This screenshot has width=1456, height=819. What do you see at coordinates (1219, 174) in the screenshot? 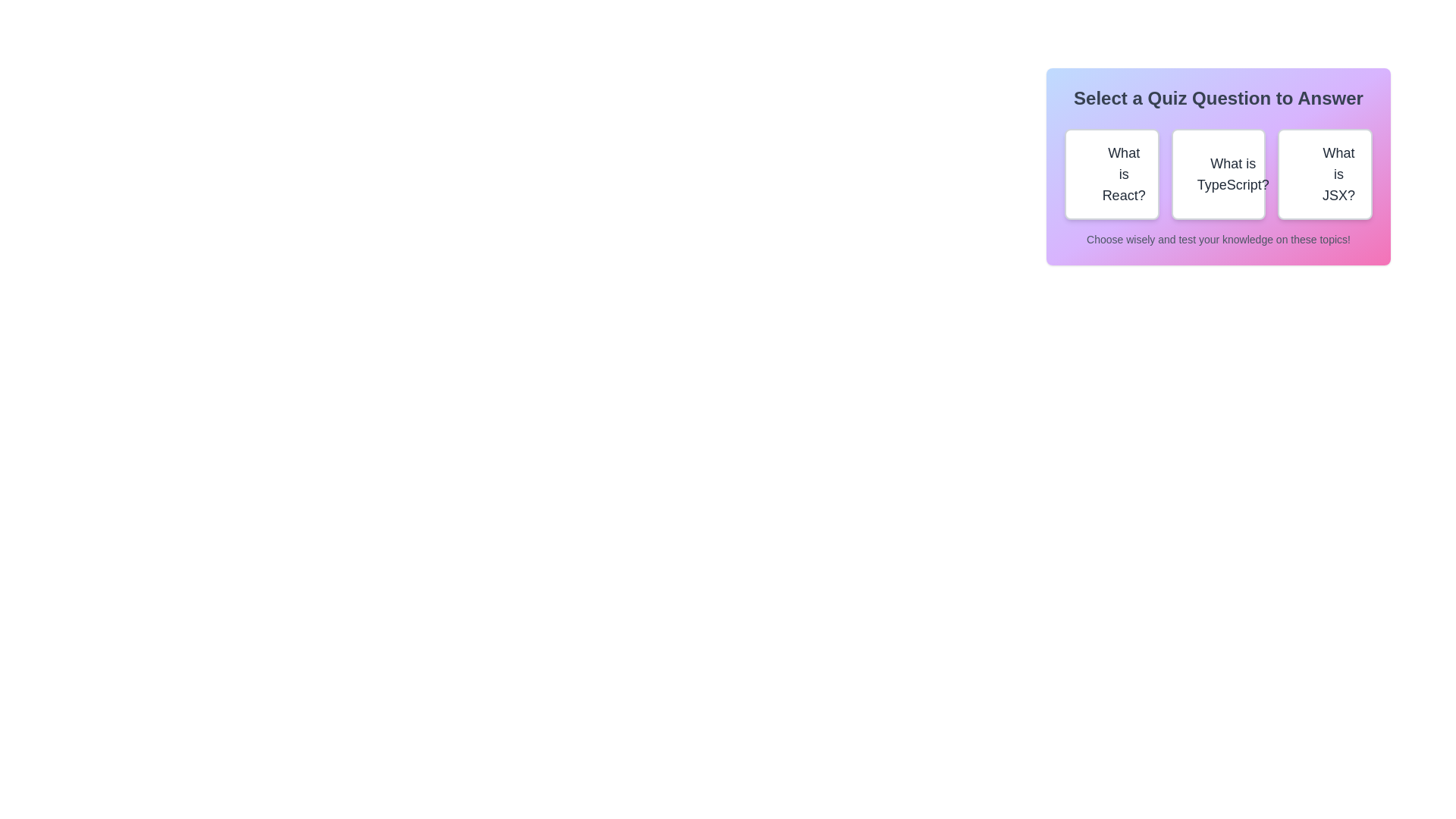
I see `the button labeled 'What is TypeScript?' which is the middle button in a row of three buttons within the section titled 'Select a Quiz Question to Answer'` at bounding box center [1219, 174].